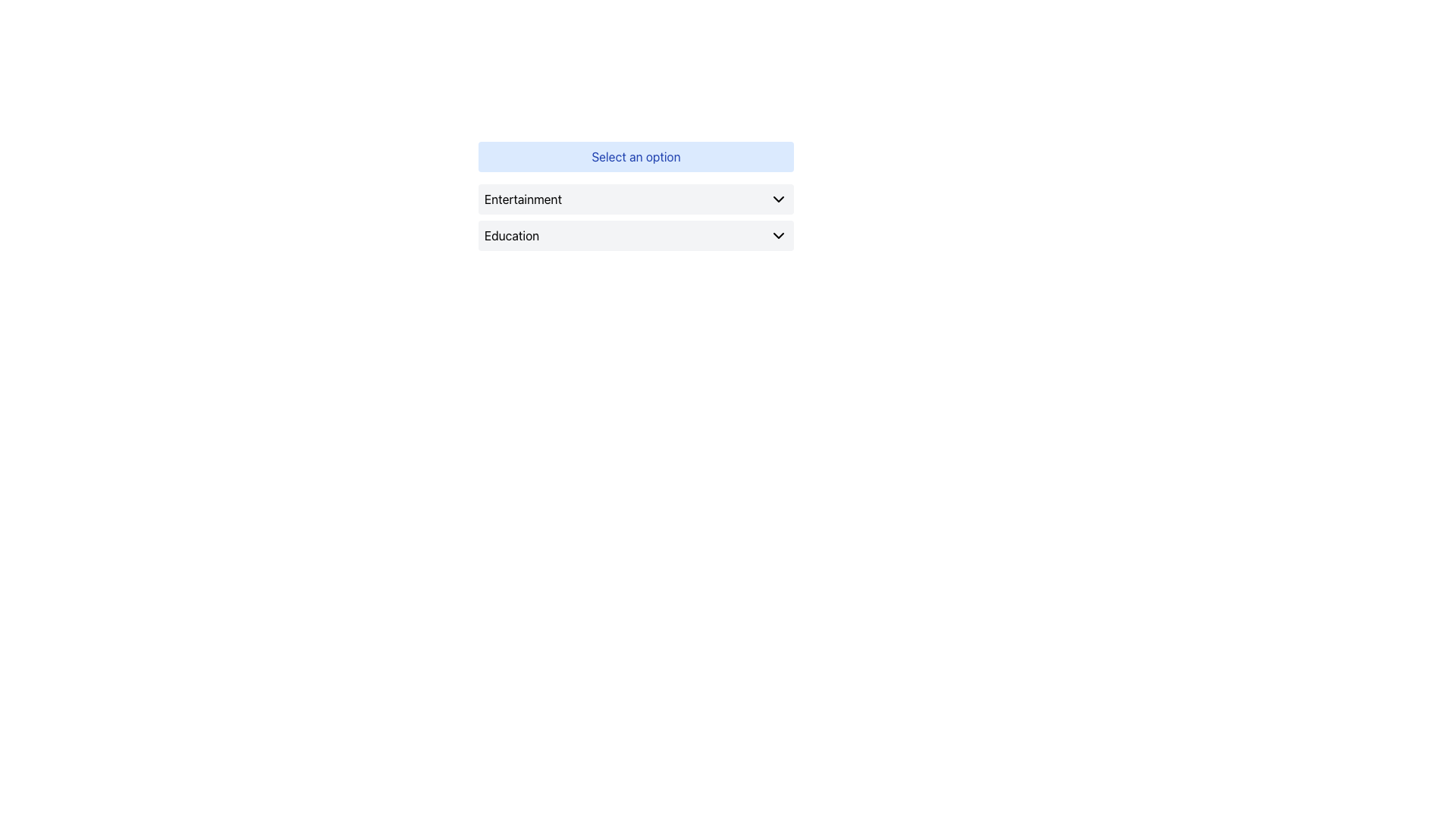 The width and height of the screenshot is (1456, 819). I want to click on the dropdown icon located at the far right of the 'Education' row, so click(779, 236).